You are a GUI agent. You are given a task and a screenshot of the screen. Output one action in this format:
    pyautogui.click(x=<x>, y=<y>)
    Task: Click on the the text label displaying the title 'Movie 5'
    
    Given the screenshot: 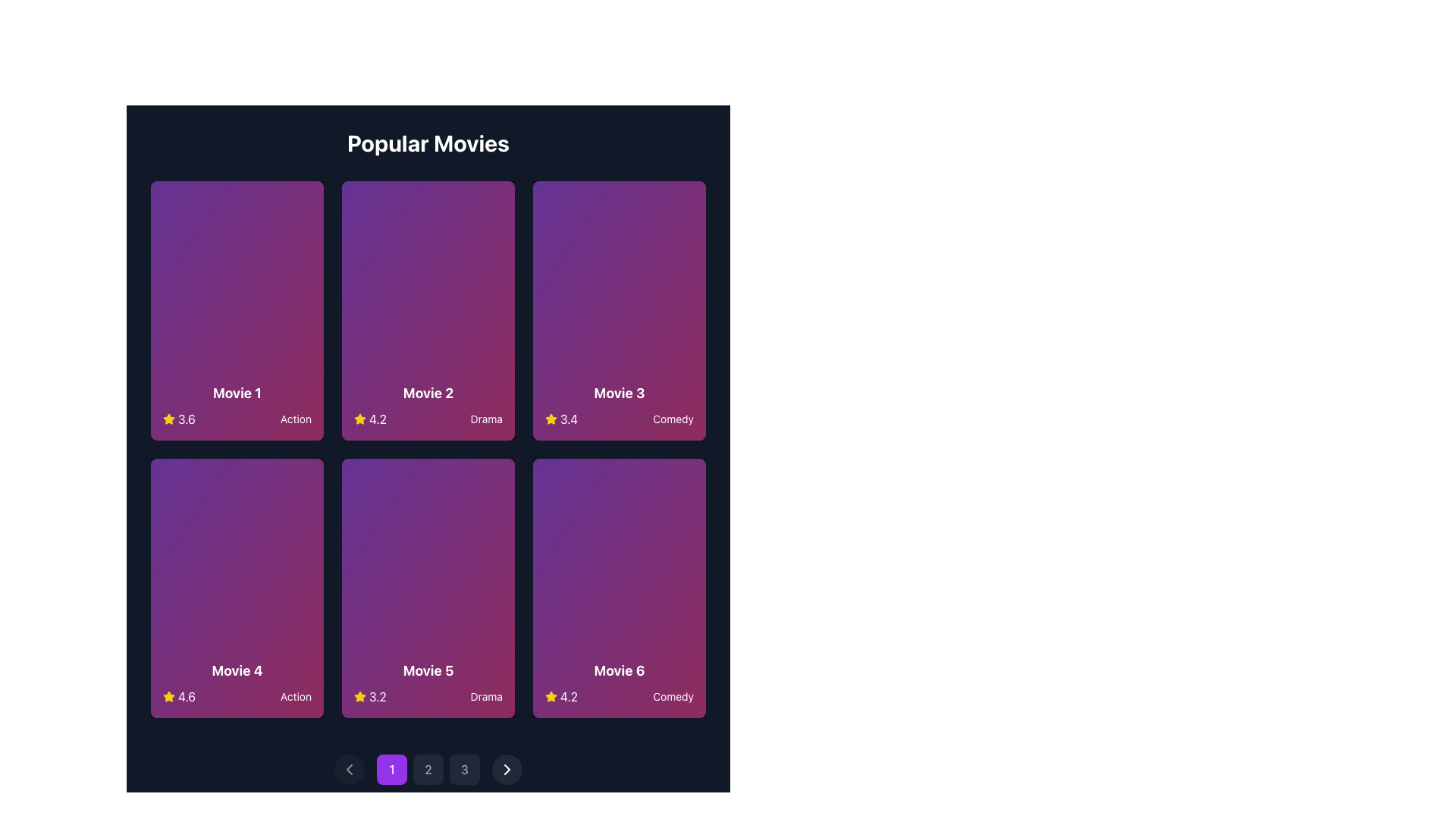 What is the action you would take?
    pyautogui.click(x=428, y=670)
    